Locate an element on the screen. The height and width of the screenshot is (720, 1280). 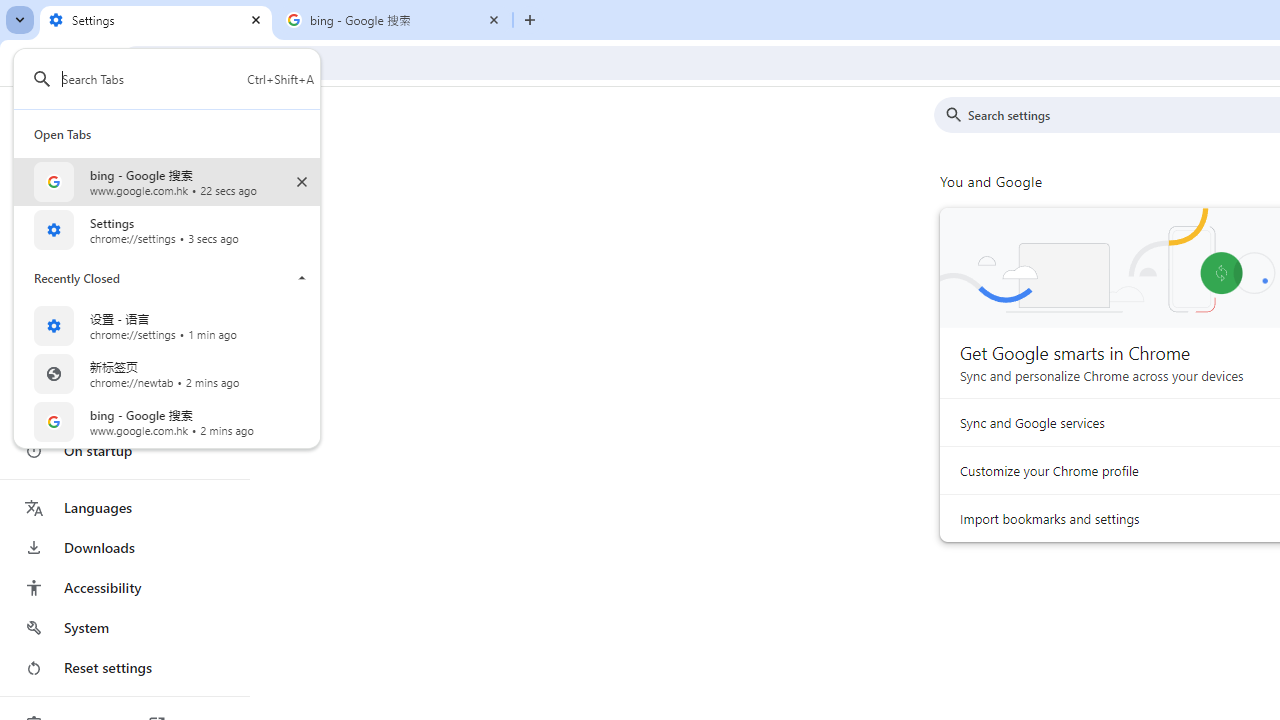
'Downloads' is located at coordinates (123, 547).